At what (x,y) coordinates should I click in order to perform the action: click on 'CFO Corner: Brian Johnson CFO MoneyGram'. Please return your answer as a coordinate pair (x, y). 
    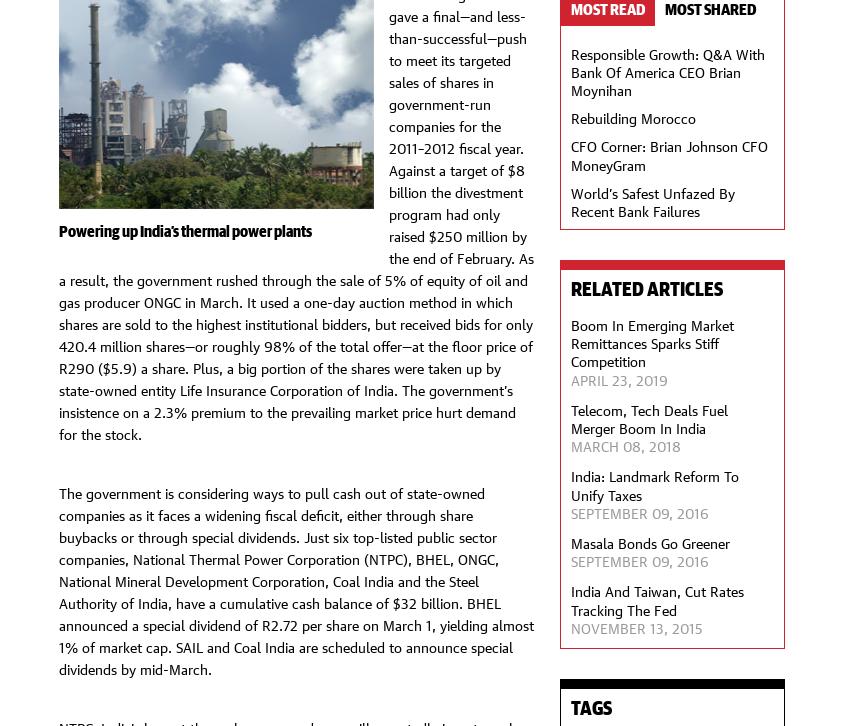
    Looking at the image, I should click on (570, 153).